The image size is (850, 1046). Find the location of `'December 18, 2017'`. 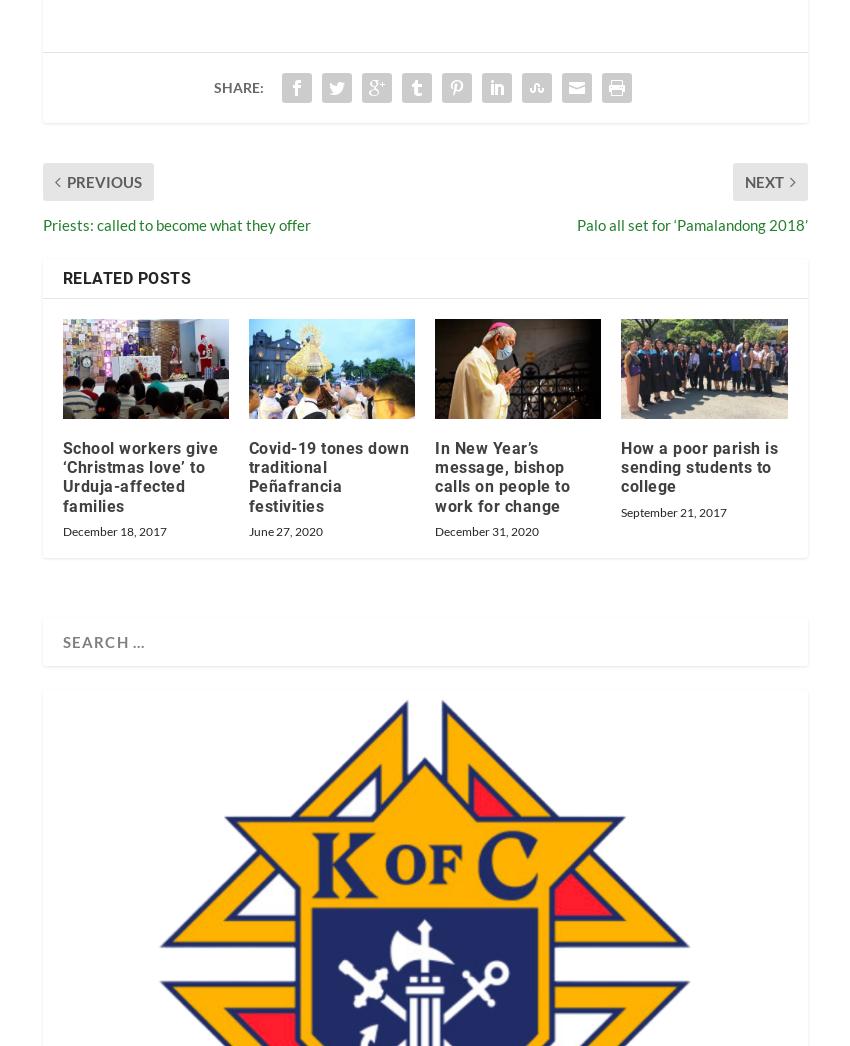

'December 18, 2017' is located at coordinates (112, 529).